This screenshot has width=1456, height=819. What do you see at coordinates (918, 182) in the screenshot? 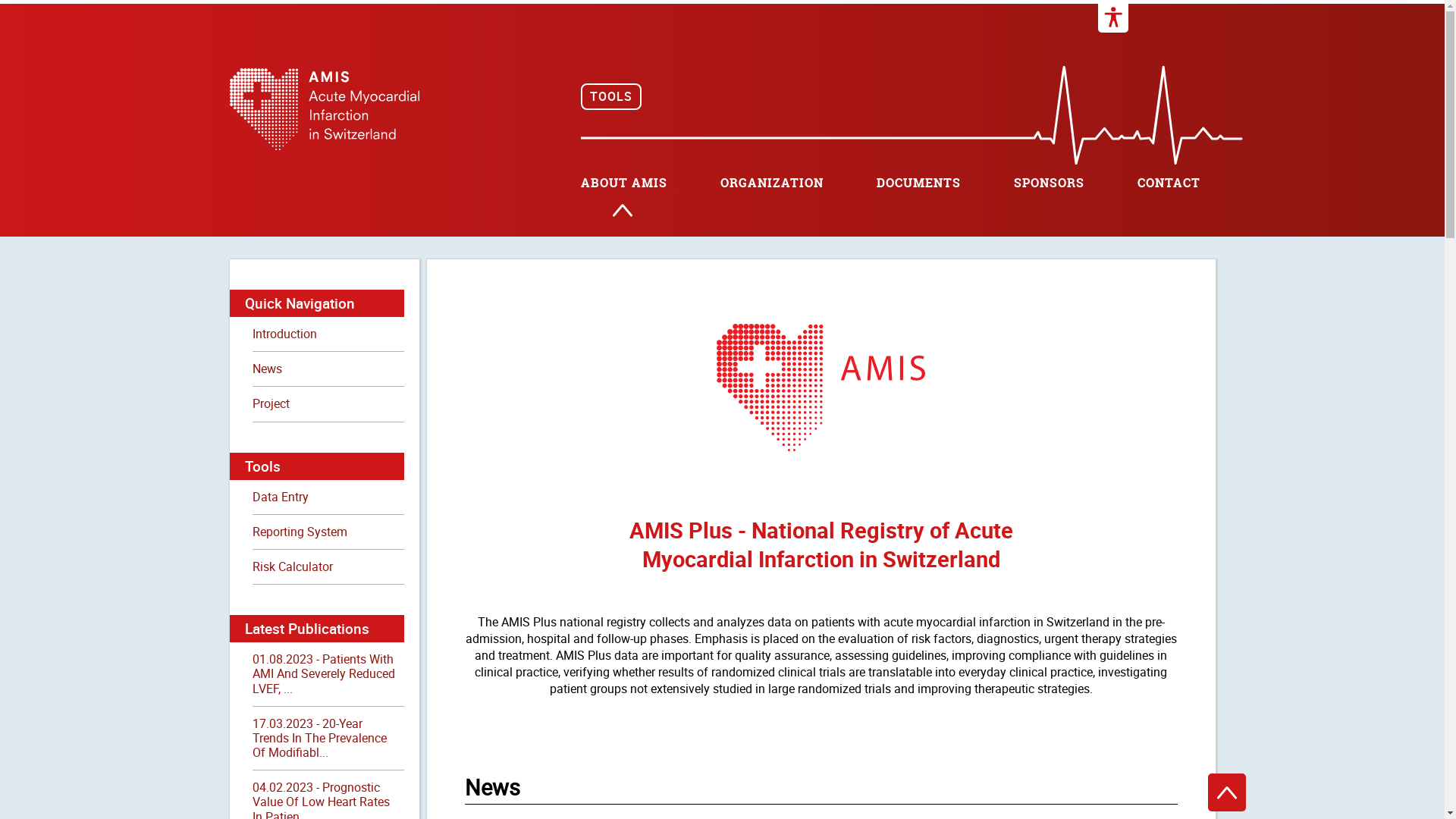
I see `'DOCUMENTS'` at bounding box center [918, 182].